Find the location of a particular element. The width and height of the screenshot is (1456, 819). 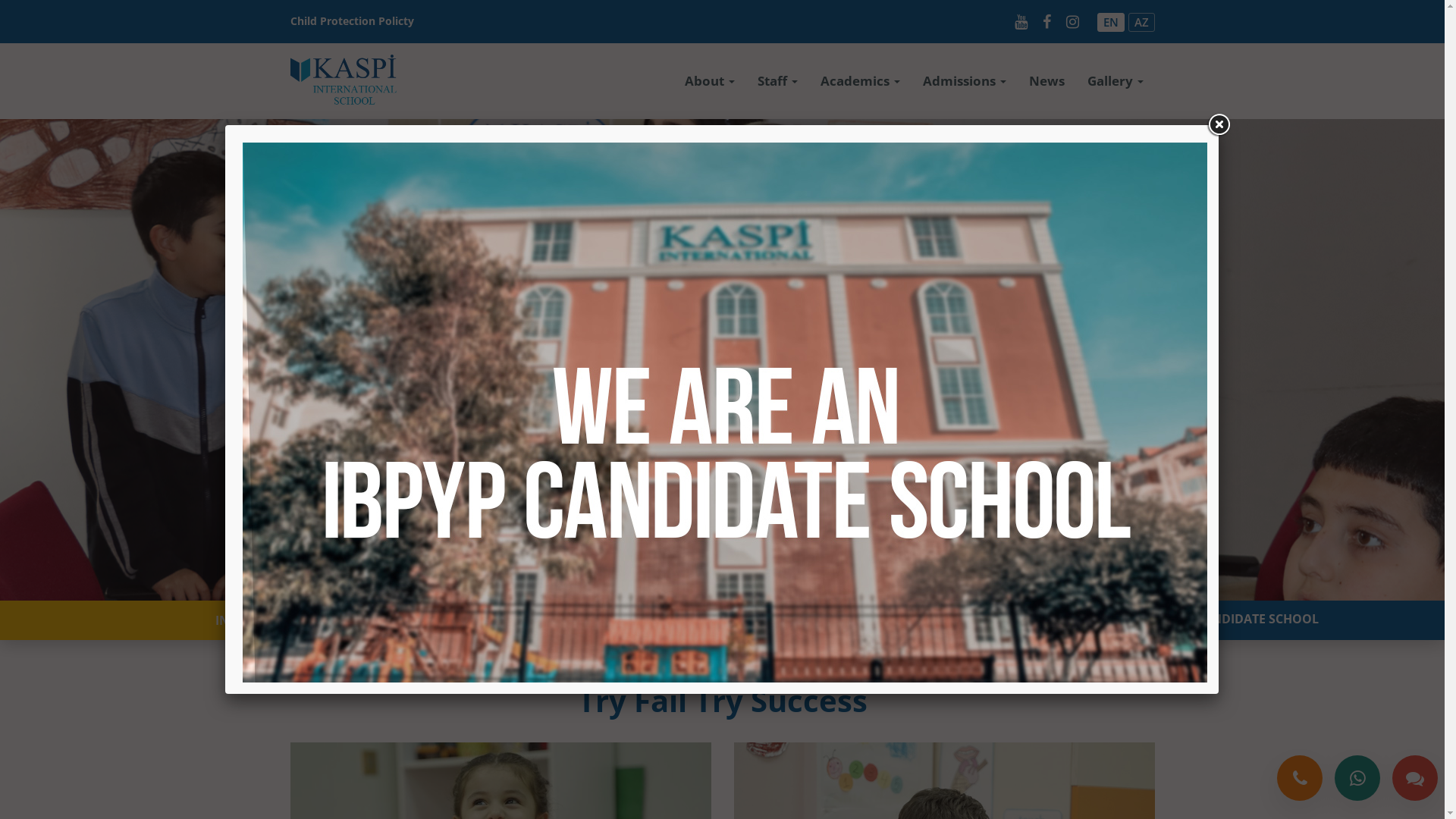

'EN' is located at coordinates (1110, 21).